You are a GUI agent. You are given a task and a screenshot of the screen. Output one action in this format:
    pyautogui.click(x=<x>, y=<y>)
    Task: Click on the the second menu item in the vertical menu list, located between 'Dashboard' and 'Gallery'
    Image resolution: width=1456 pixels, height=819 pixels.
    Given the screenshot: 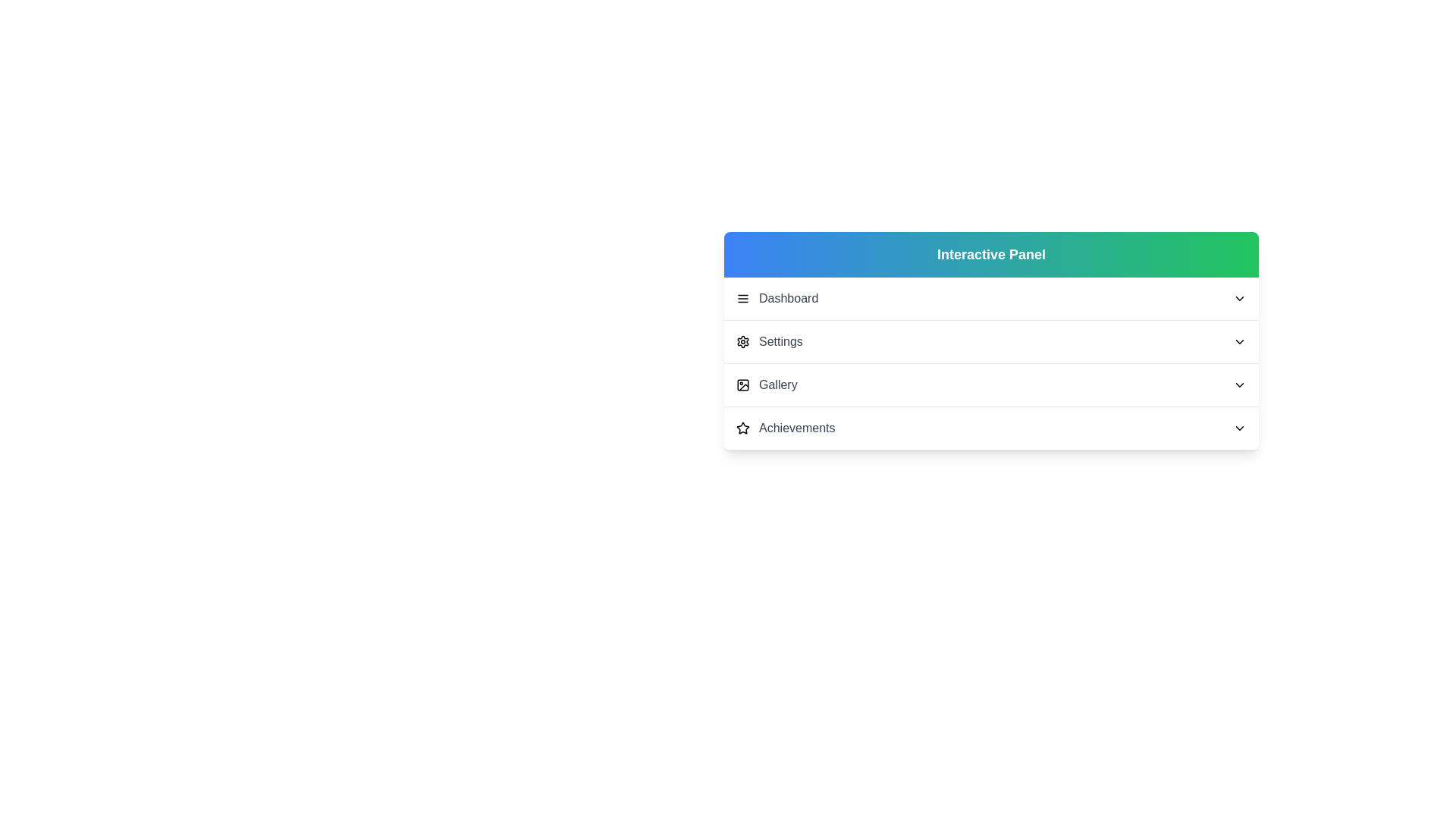 What is the action you would take?
    pyautogui.click(x=991, y=342)
    